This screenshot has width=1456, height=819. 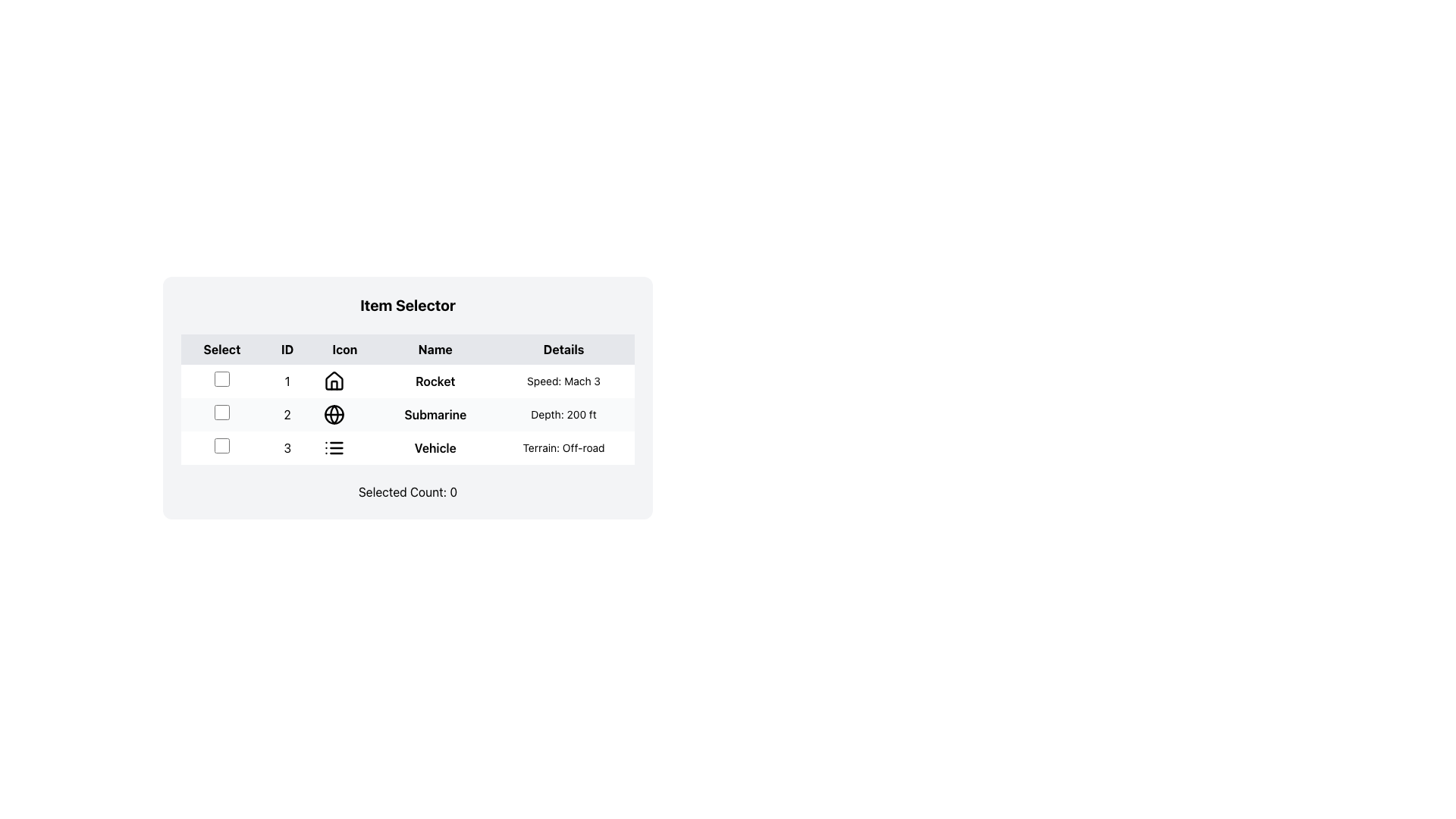 What do you see at coordinates (435, 415) in the screenshot?
I see `the text label displaying 'Submarine' in bold font, located in the second row of the table under the 'Name' column` at bounding box center [435, 415].